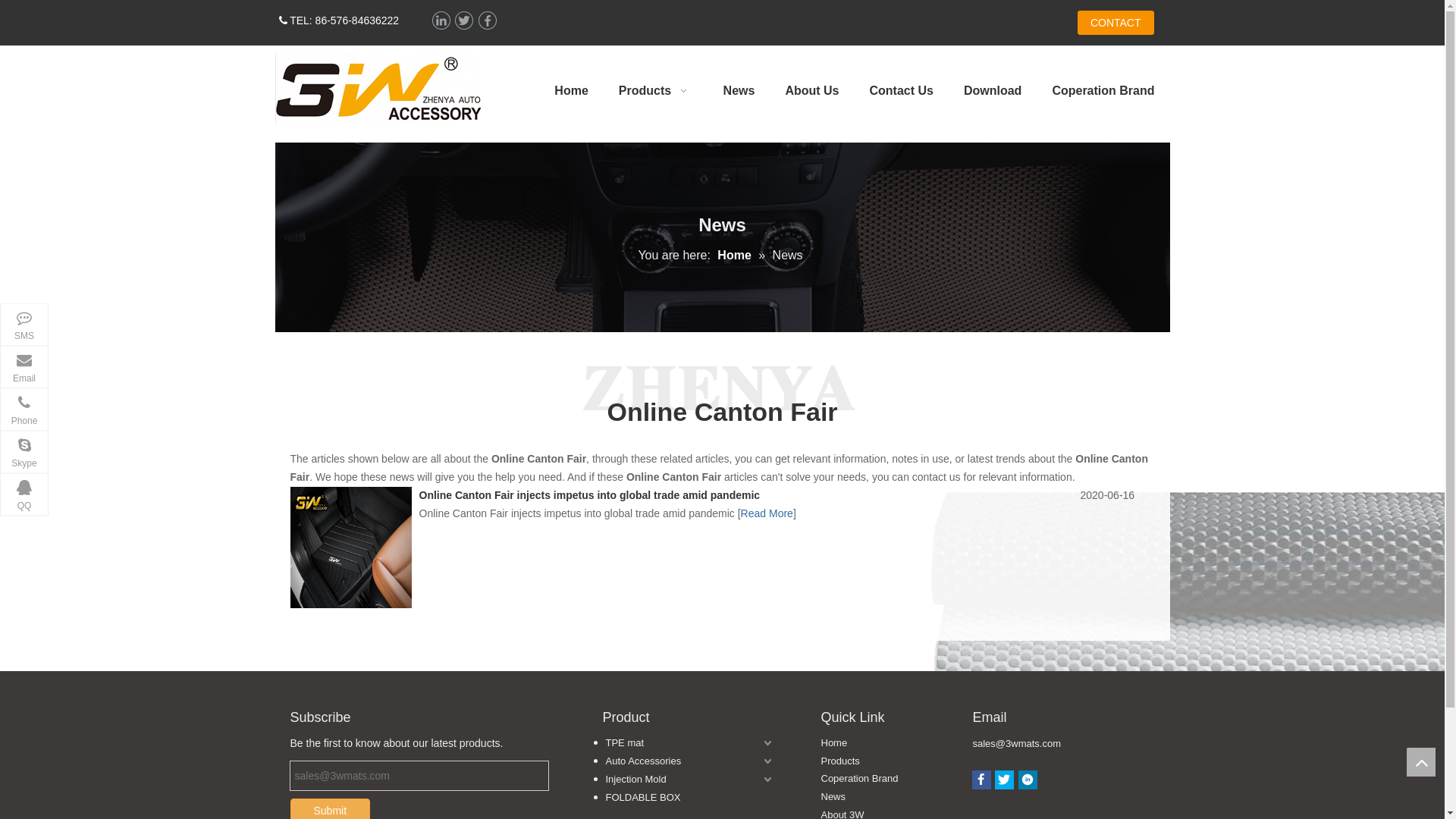  I want to click on '8165314', so click(377, 88).